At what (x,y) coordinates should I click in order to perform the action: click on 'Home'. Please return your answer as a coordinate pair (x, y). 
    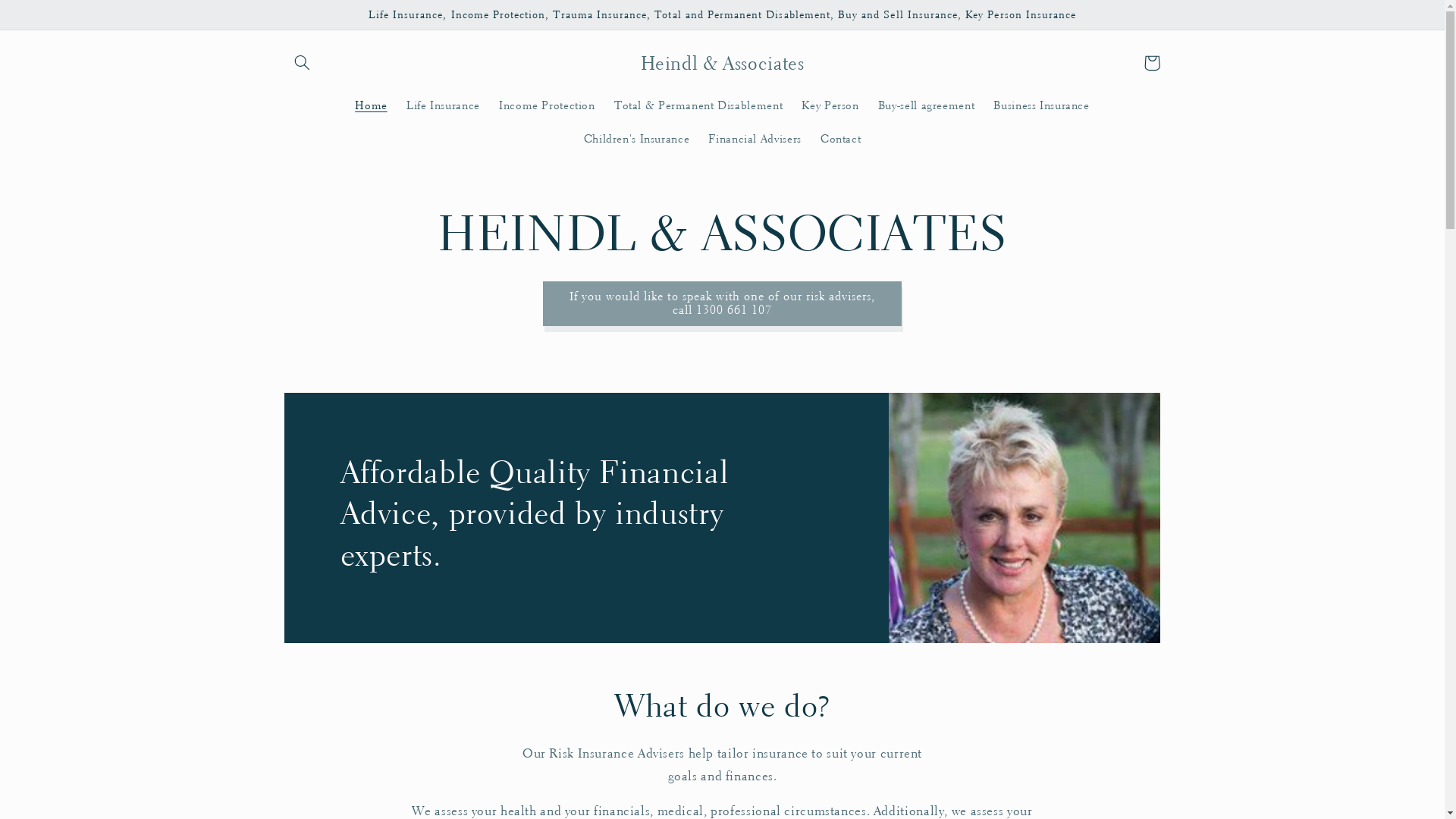
    Looking at the image, I should click on (371, 104).